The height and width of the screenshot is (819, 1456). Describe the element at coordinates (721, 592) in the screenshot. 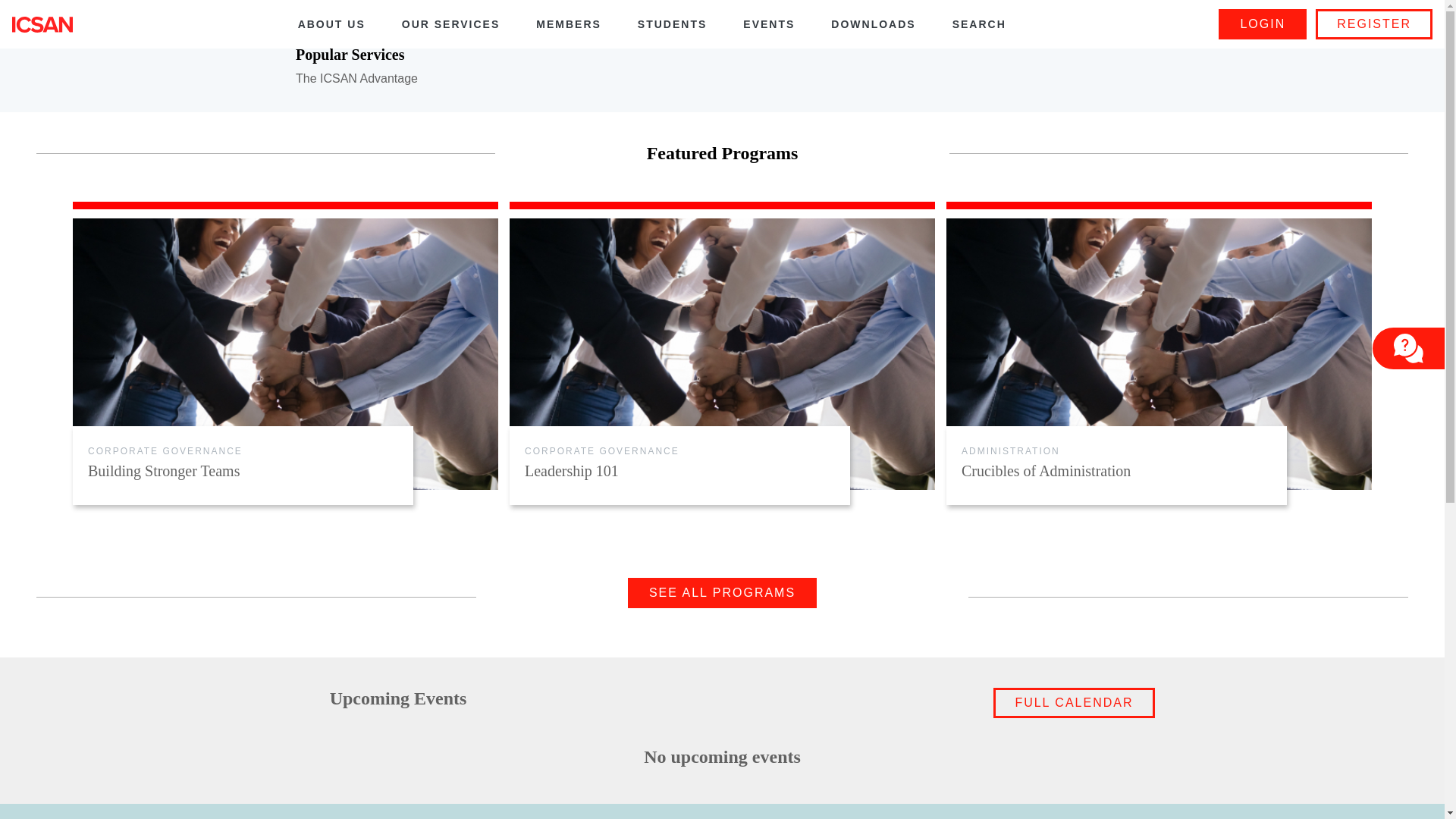

I see `'SEE ALL PROGRAMS'` at that location.